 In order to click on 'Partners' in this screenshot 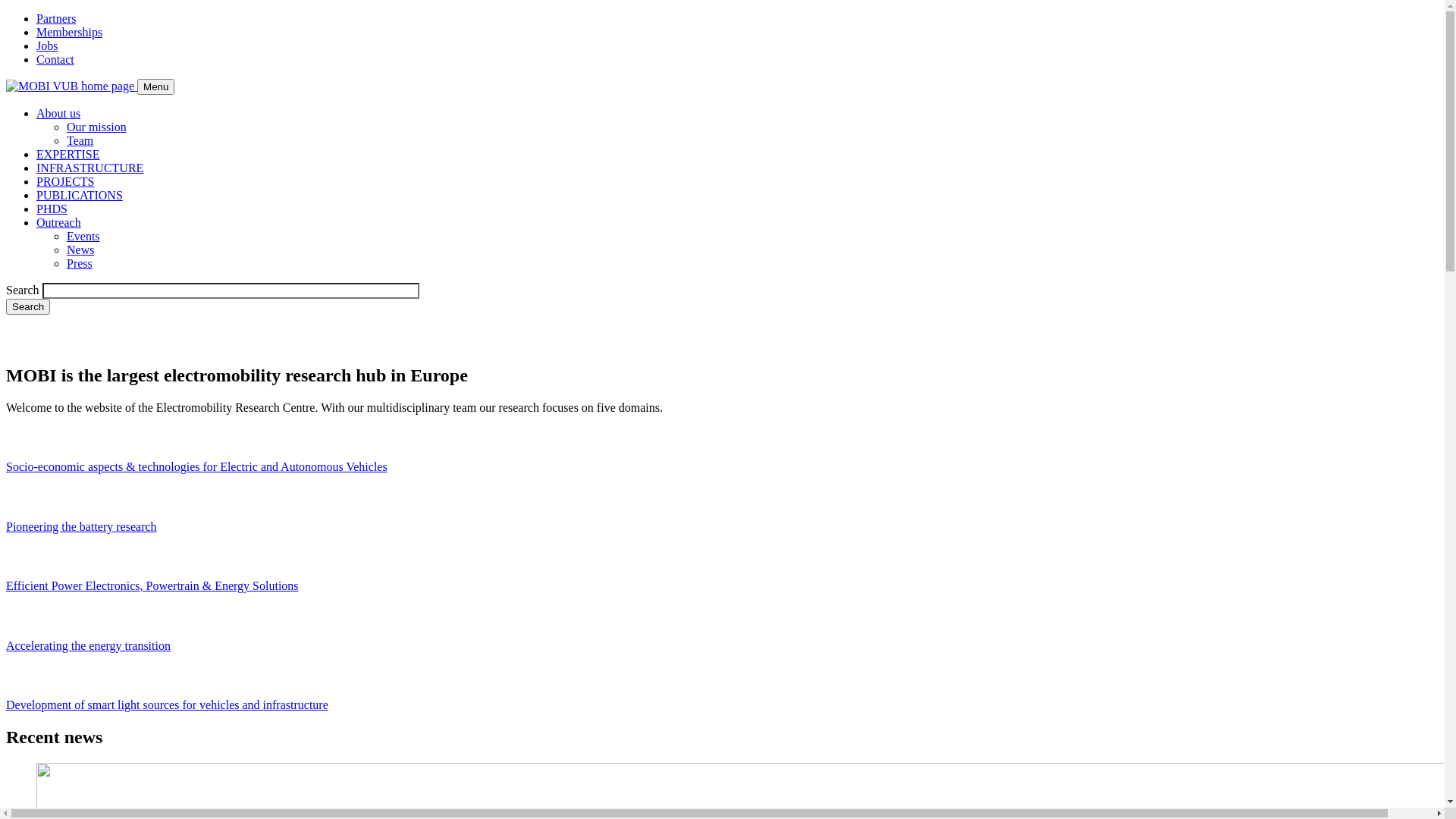, I will do `click(55, 18)`.